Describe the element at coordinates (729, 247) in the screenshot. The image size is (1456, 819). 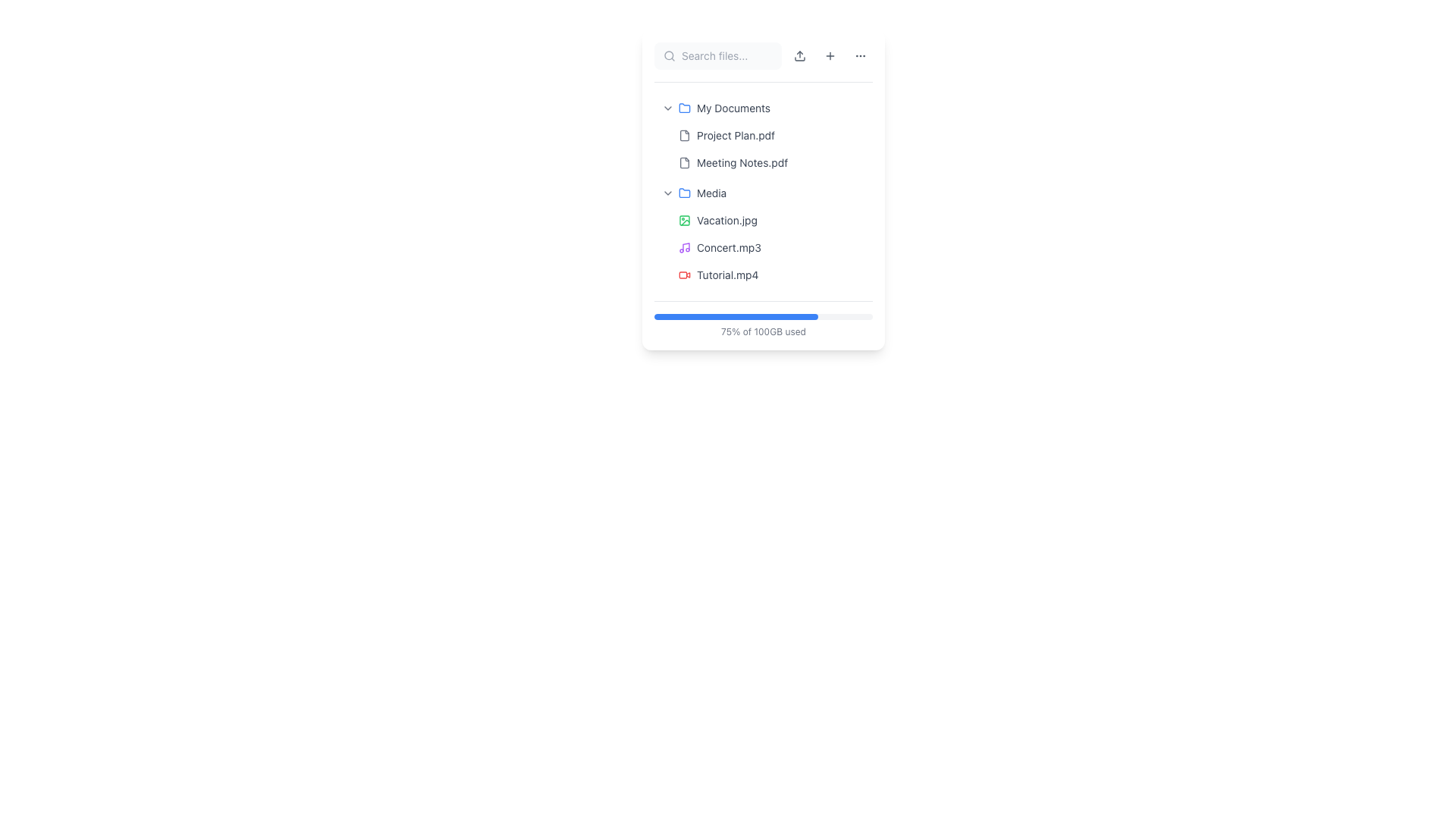
I see `on the text label 'Concert.mp3' which is the second item in the Media list, following 'Vacation.jpg' and preceding 'Tutorial.mp4'` at that location.